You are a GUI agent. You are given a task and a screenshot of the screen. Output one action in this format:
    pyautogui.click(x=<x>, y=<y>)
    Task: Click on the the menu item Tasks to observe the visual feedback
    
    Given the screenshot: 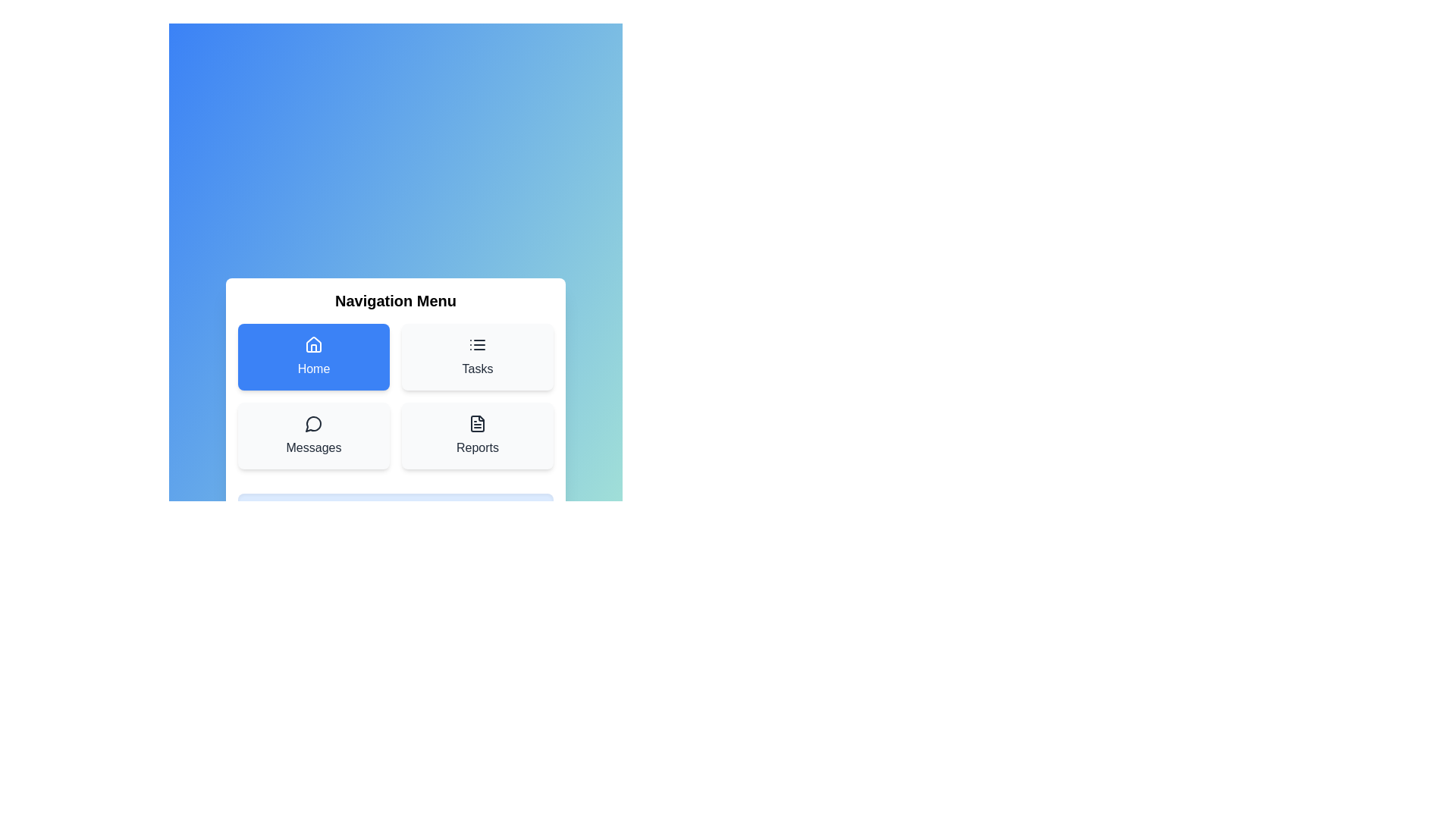 What is the action you would take?
    pyautogui.click(x=476, y=356)
    